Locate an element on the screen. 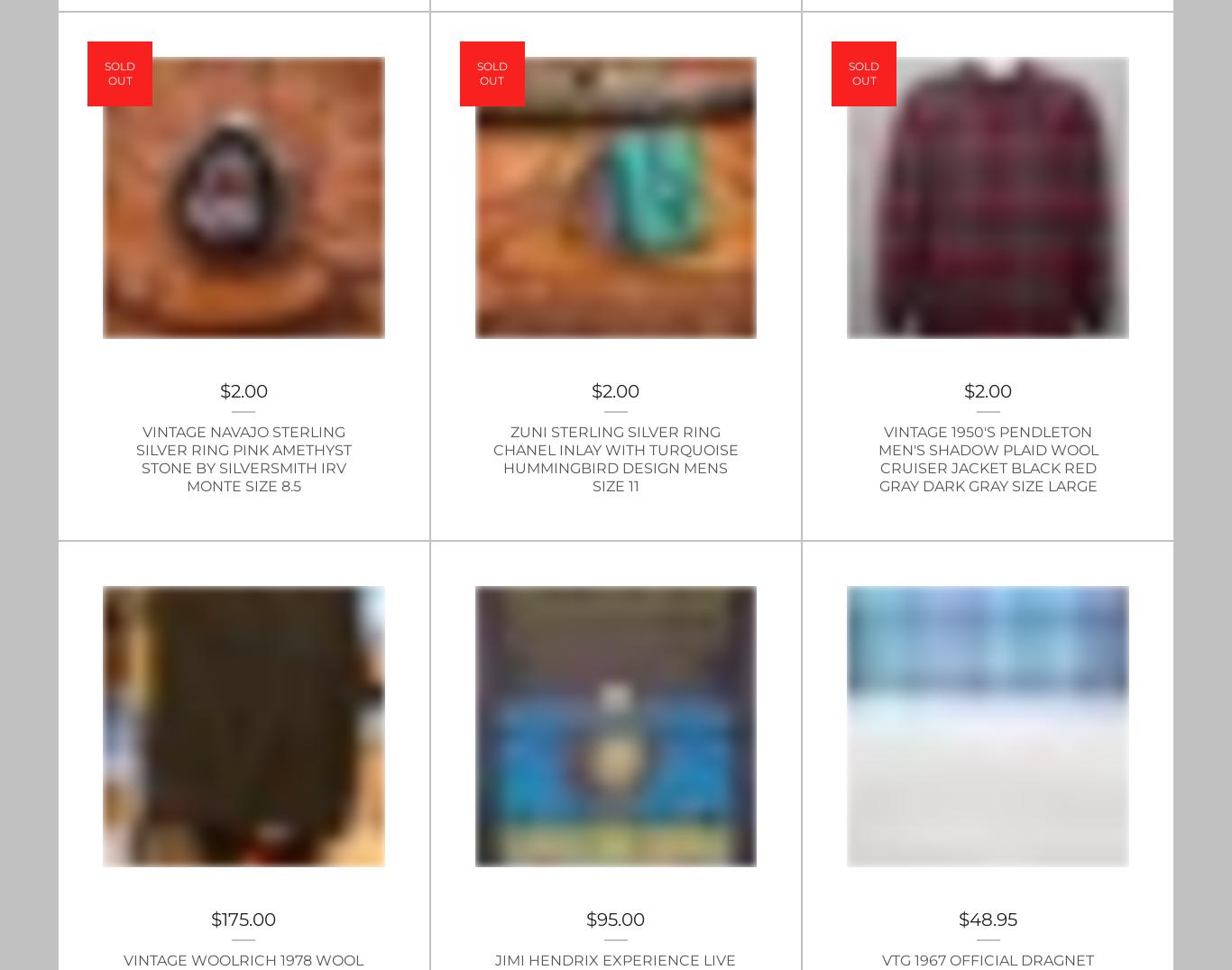 The image size is (1232, 970). '95.00' is located at coordinates (621, 919).